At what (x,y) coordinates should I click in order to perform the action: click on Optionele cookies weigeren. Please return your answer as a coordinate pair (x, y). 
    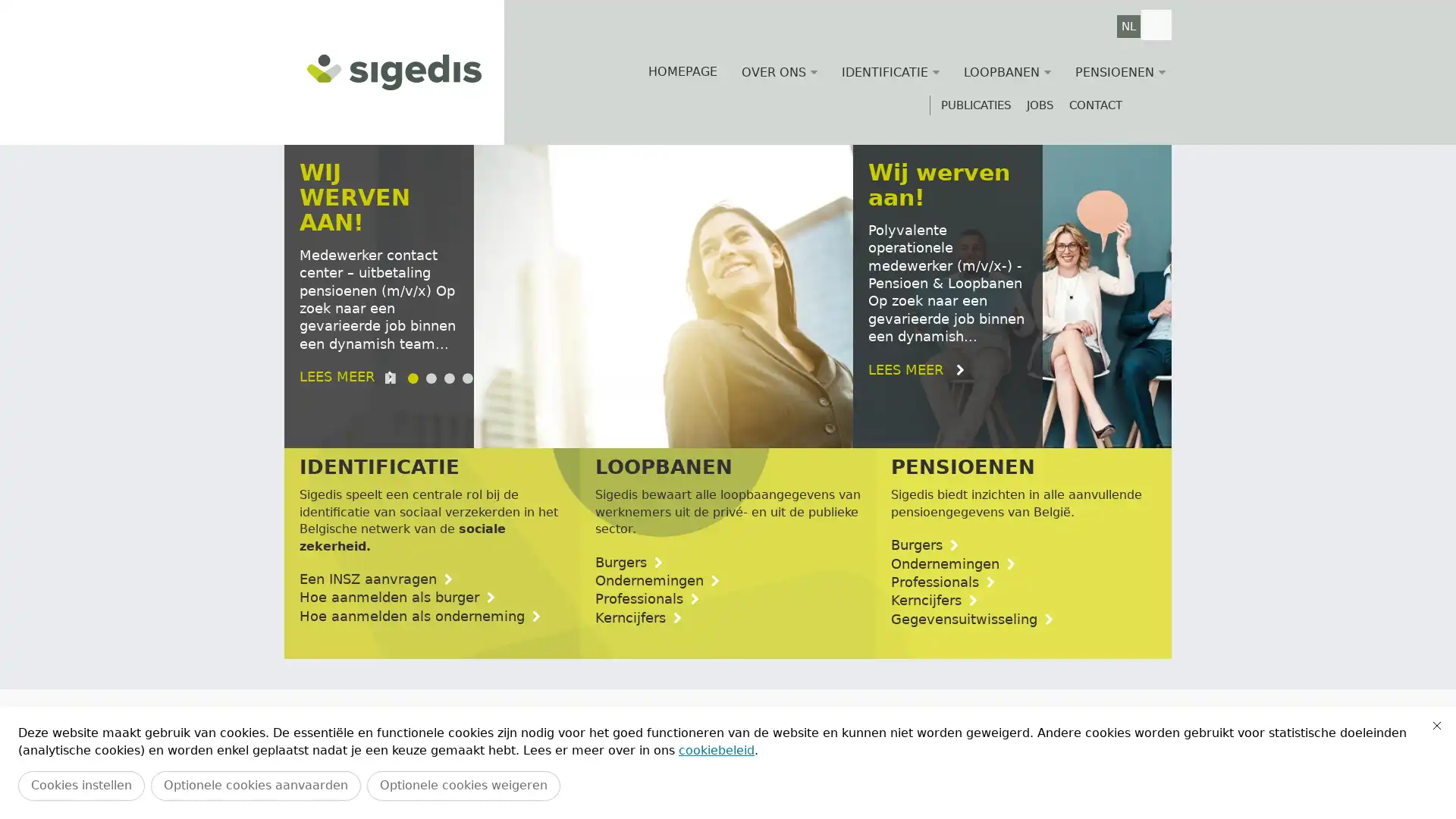
    Looking at the image, I should click on (463, 785).